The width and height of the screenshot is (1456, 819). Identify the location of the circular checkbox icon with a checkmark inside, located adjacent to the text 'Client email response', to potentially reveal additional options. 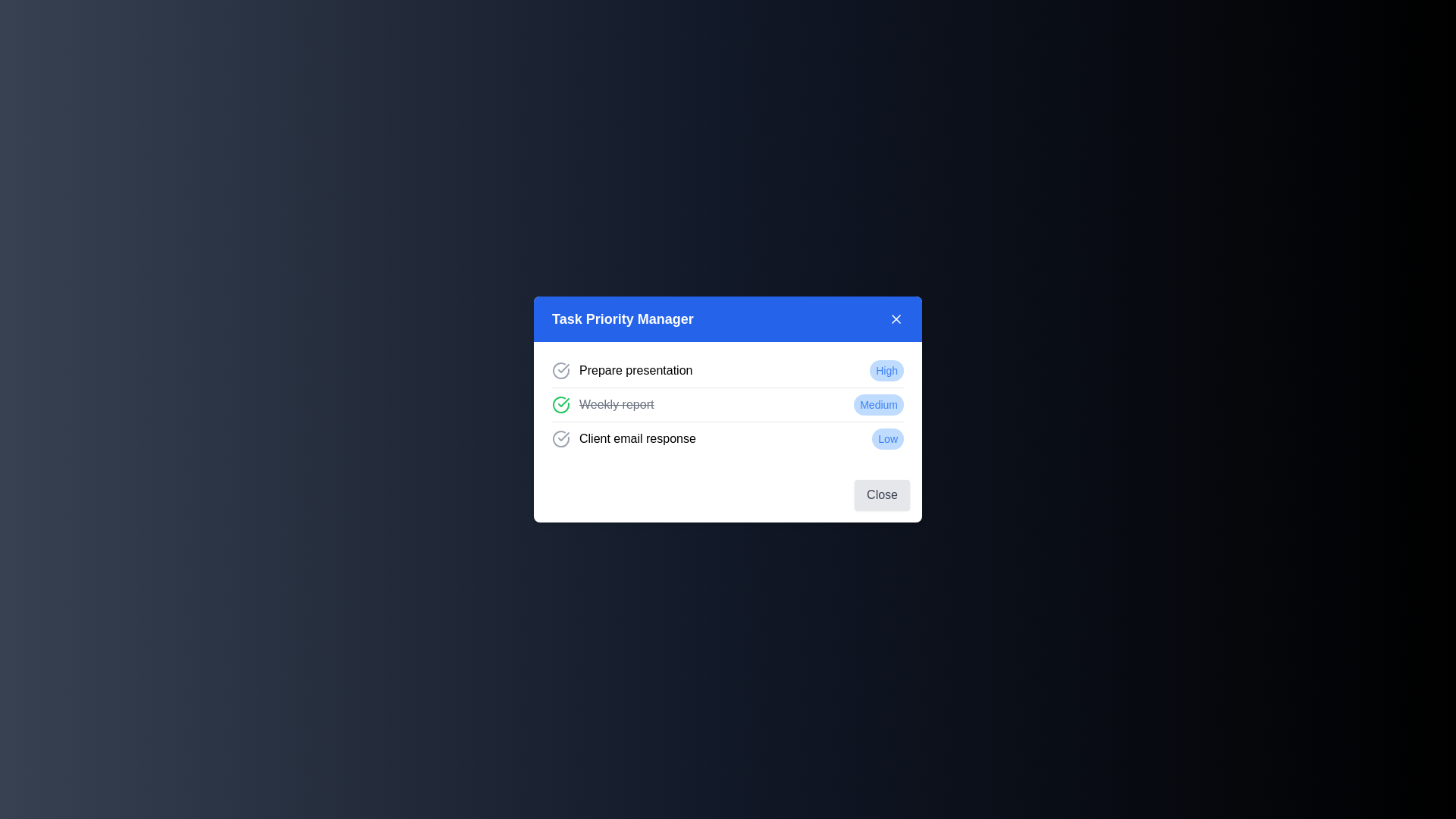
(560, 438).